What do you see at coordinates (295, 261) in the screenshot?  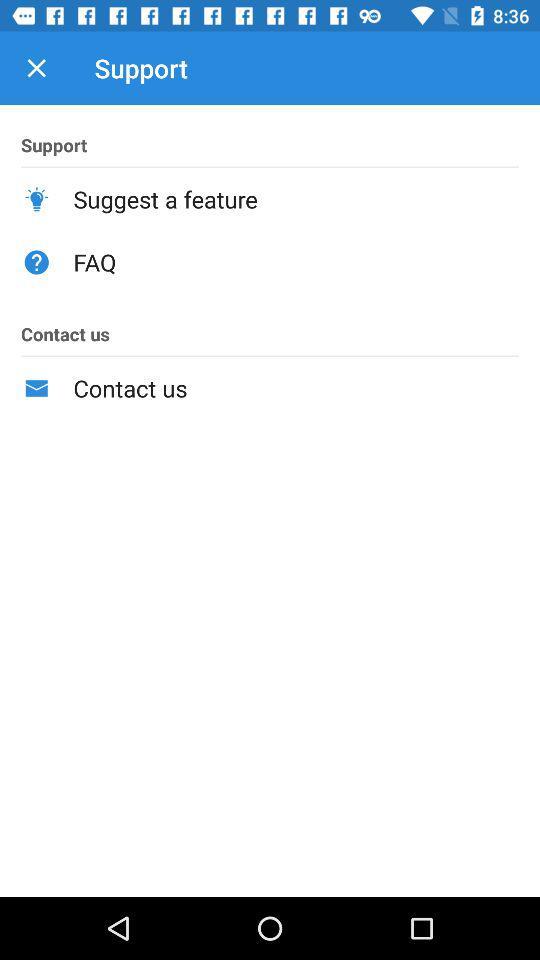 I see `faq icon` at bounding box center [295, 261].